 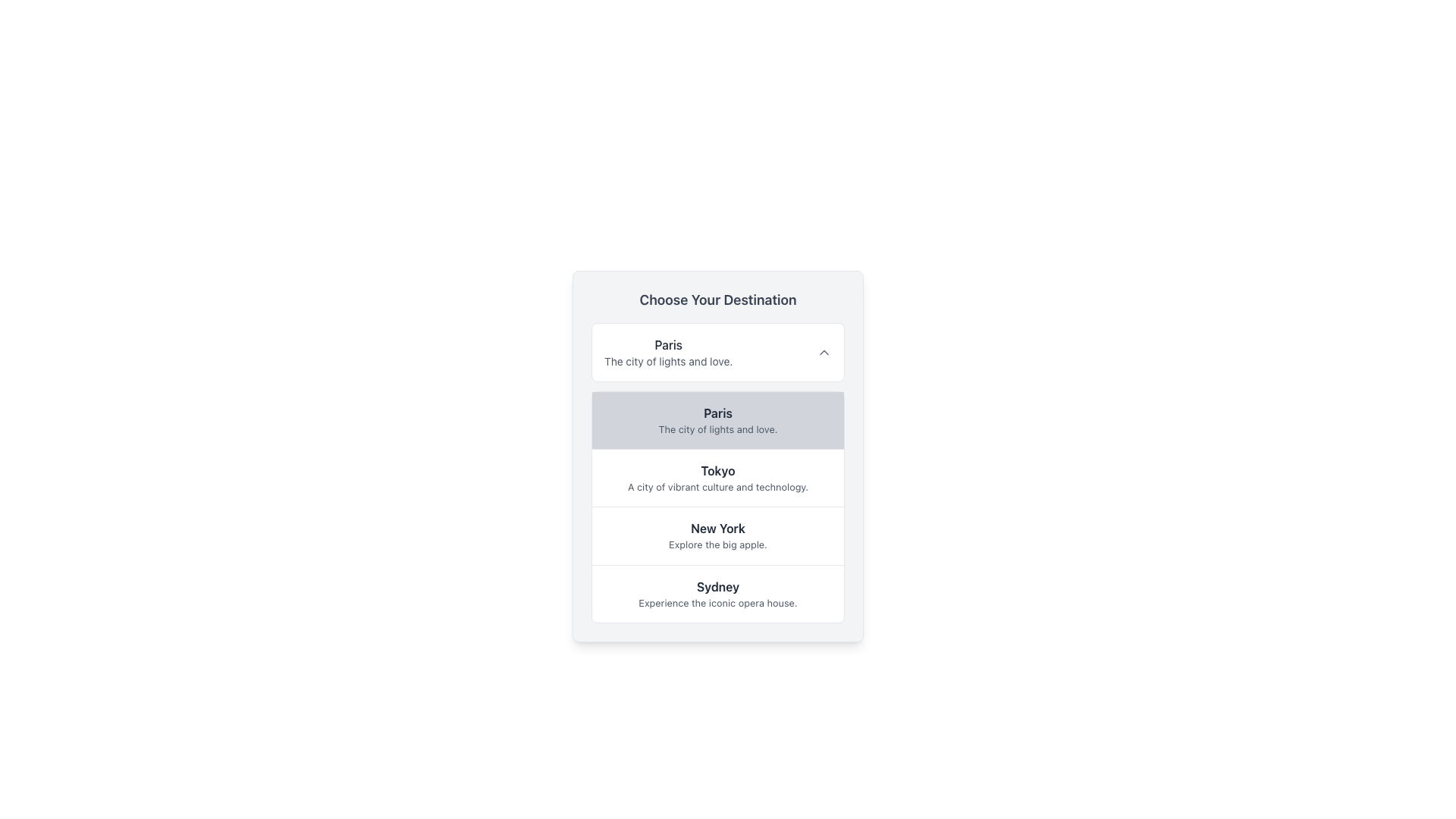 I want to click on the descriptive text element providing additional context about the 'New York' destination, located below the main title text 'New York' in the fourth item of the destination list, so click(x=717, y=543).